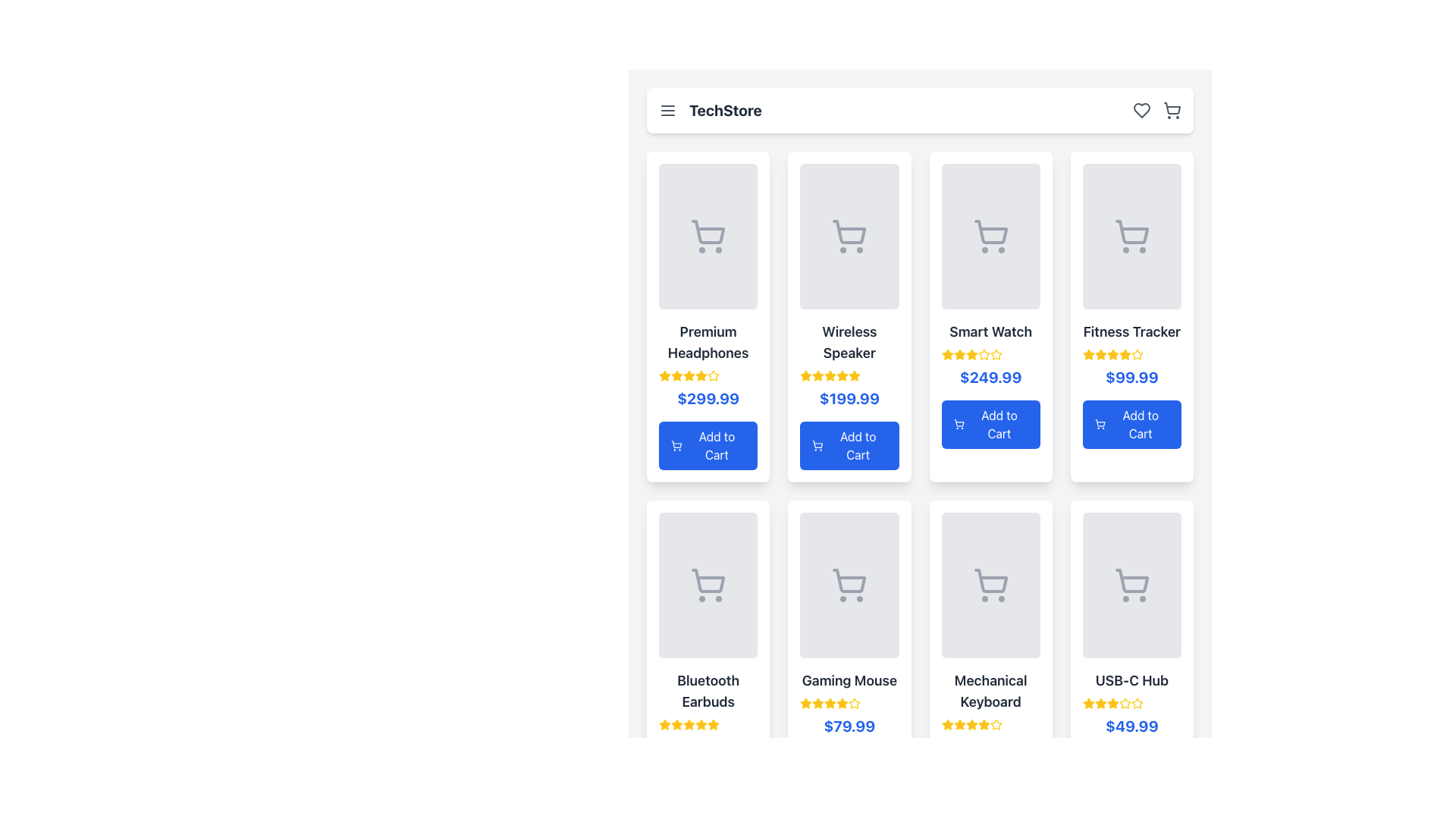 The image size is (1456, 819). What do you see at coordinates (1137, 703) in the screenshot?
I see `the fifth star icon in the rating system for the USB-C Hub product, located in the lower-right product card of the grid layout` at bounding box center [1137, 703].